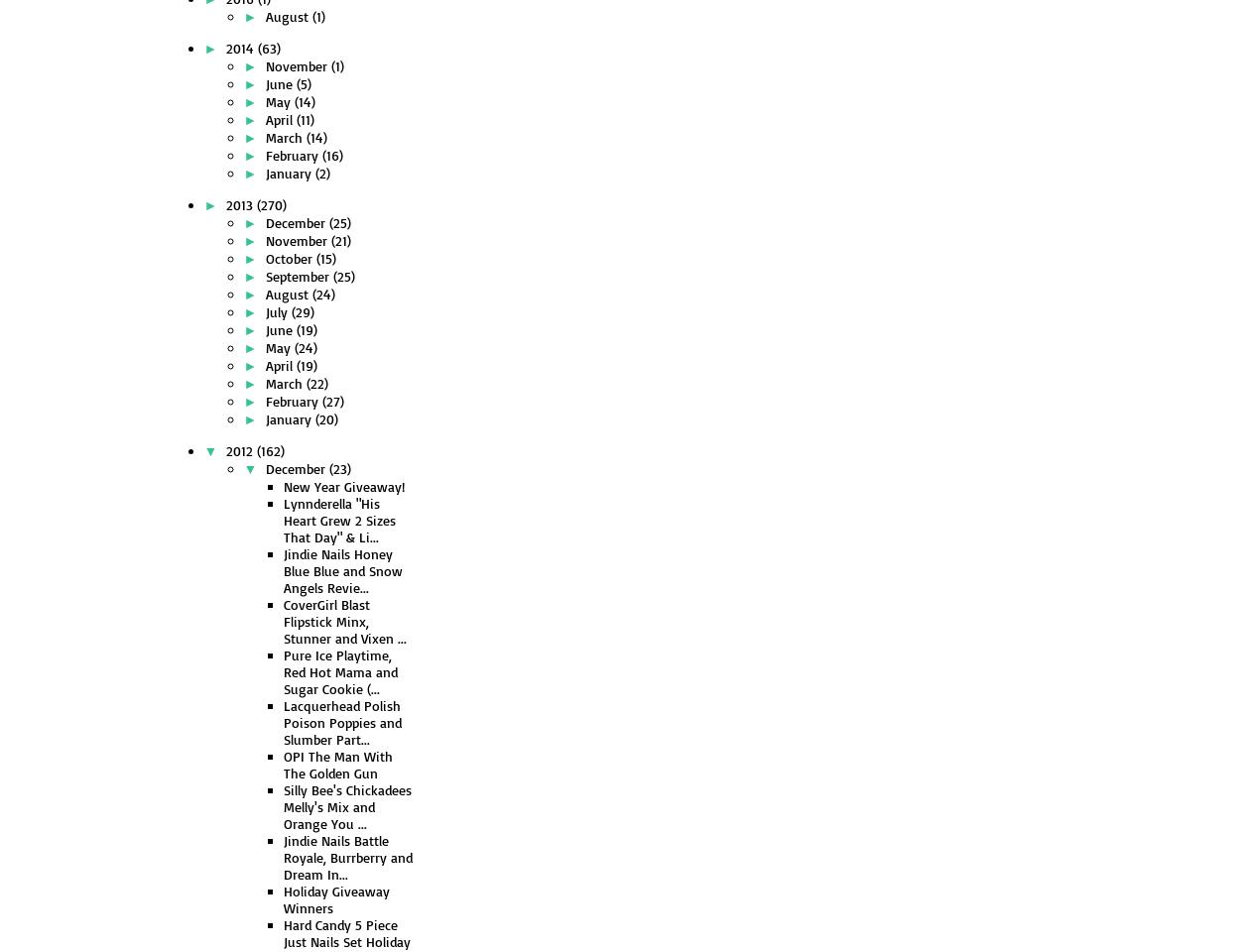 The height and width of the screenshot is (952, 1240). What do you see at coordinates (300, 275) in the screenshot?
I see `'September'` at bounding box center [300, 275].